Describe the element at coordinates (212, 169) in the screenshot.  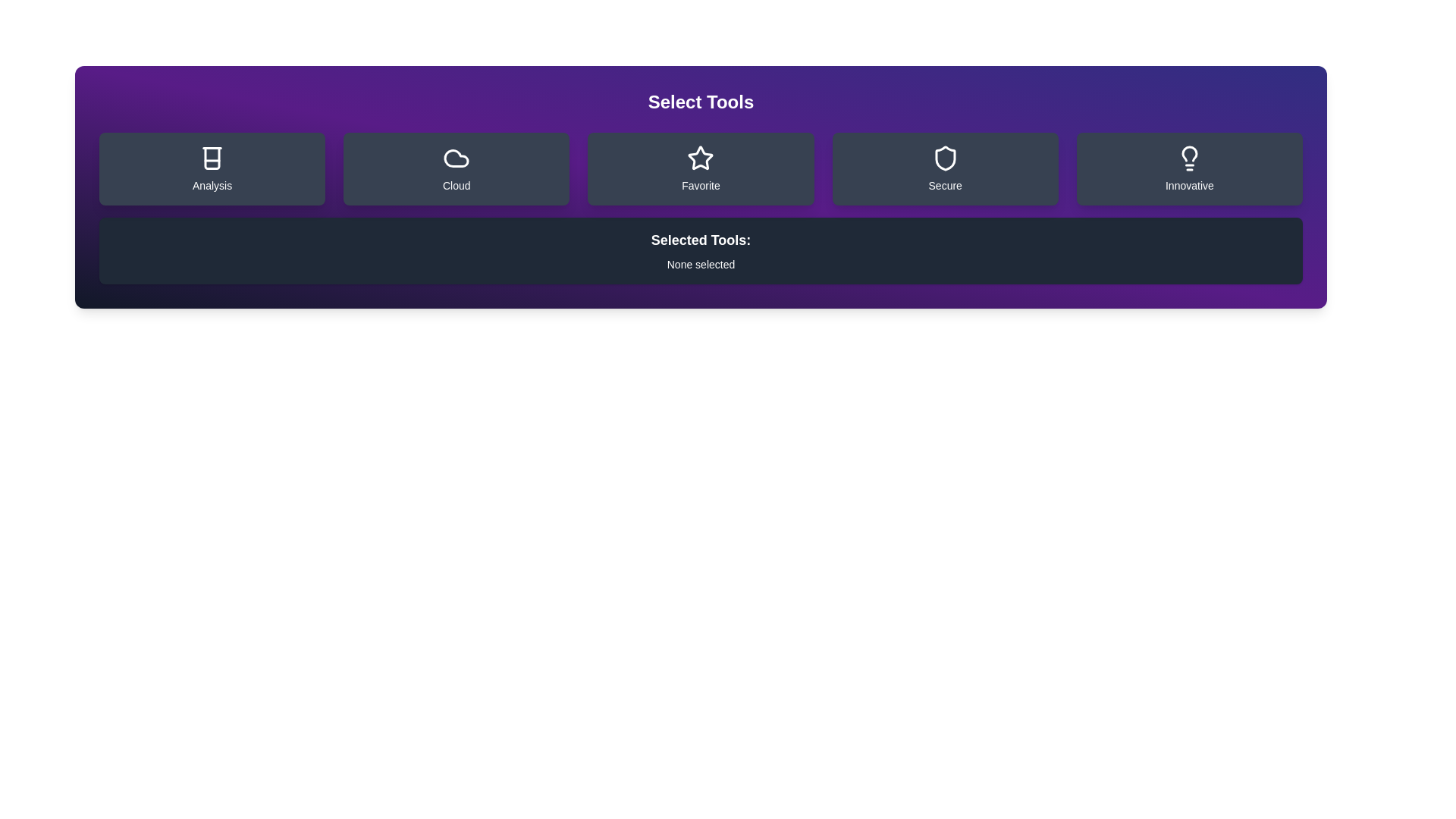
I see `the Interactive Button located on the far left of the grid layout, below the heading 'Select Tools'` at that location.